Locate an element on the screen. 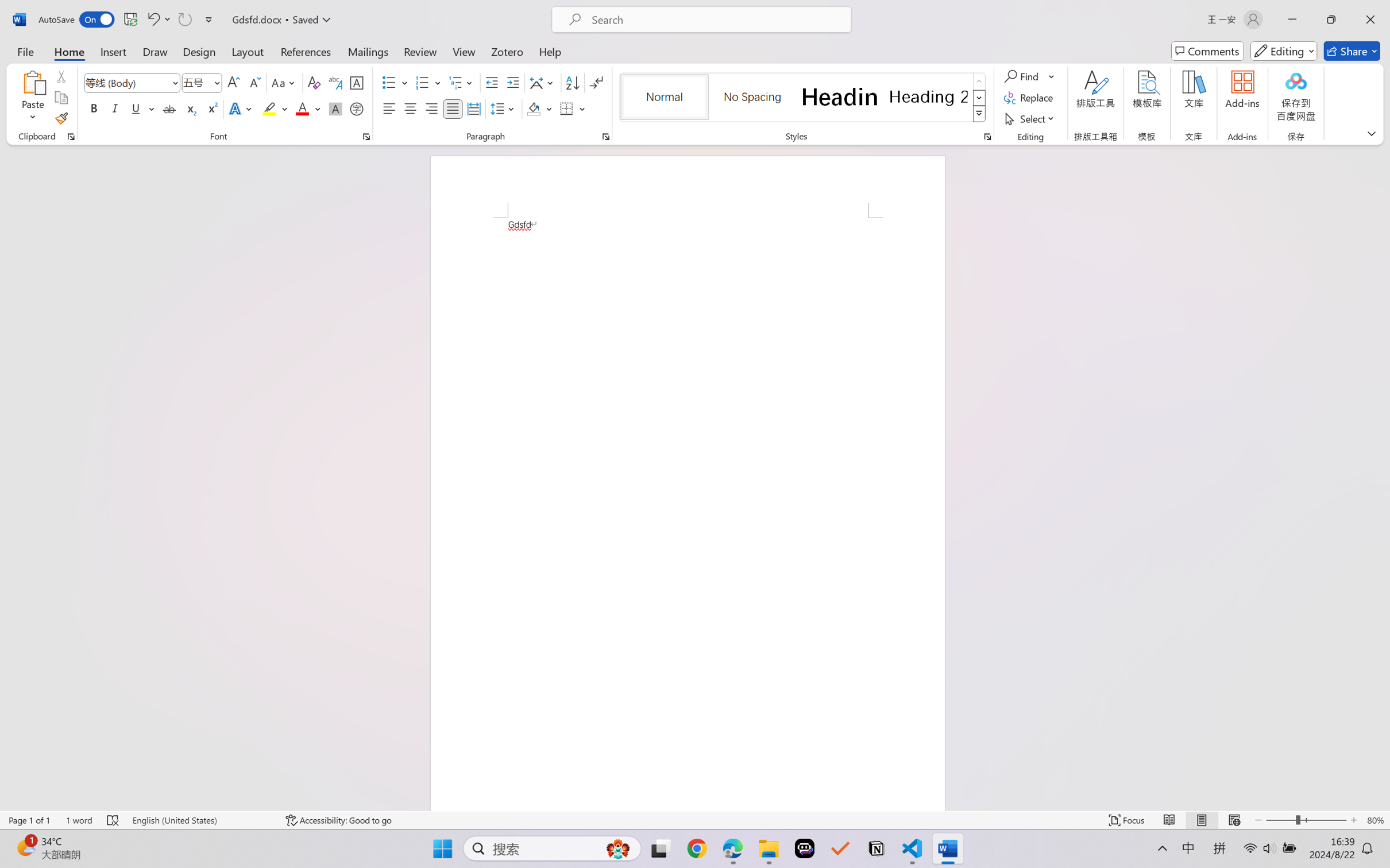 Image resolution: width=1390 pixels, height=868 pixels. 'Class: NetUIScrollBar' is located at coordinates (1383, 477).